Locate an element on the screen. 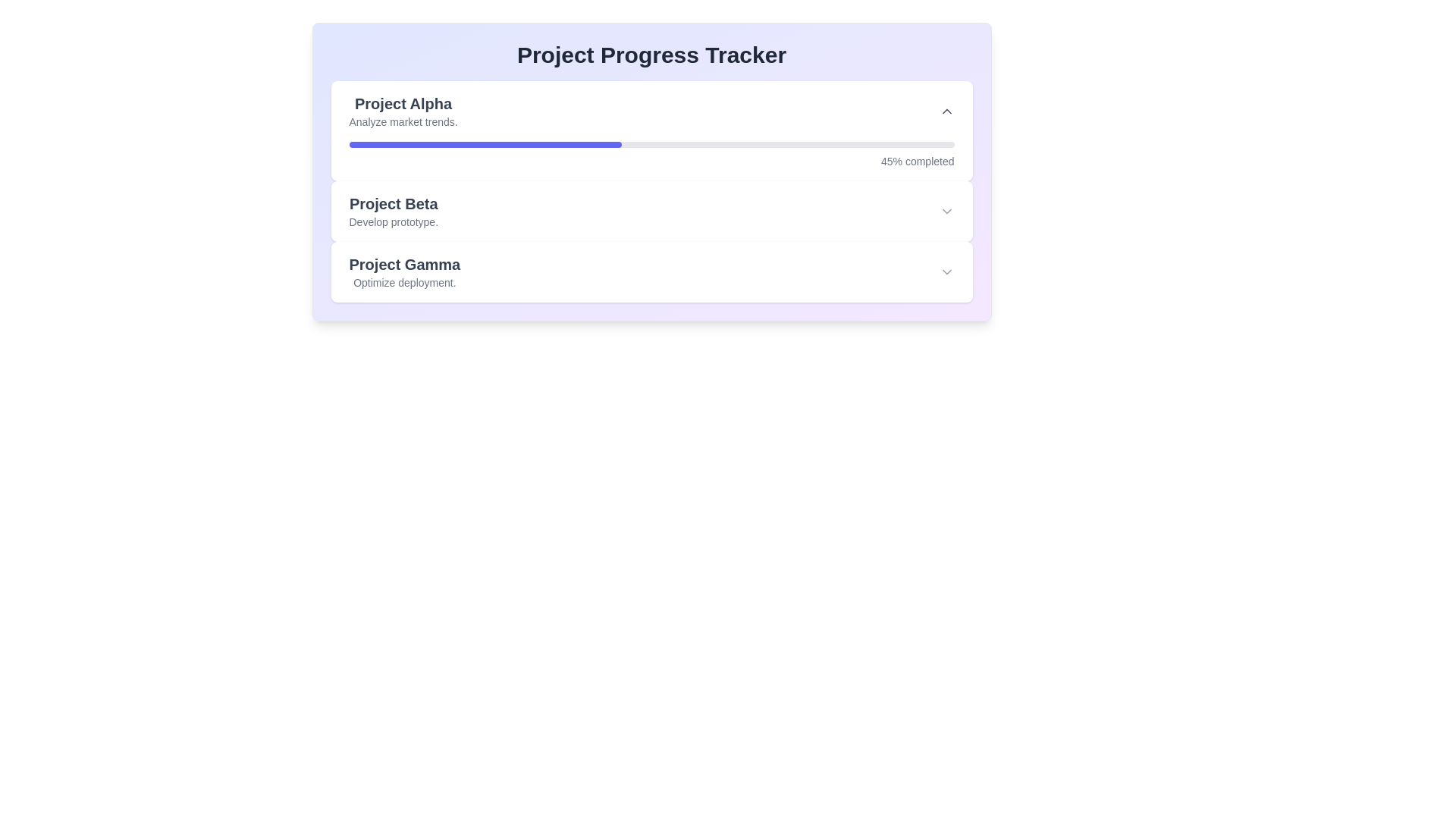  the informational text block displaying the title and summary of the project 'Gamma', located in the lower section of the 'Project Progress Tracker' list as the third item is located at coordinates (404, 271).